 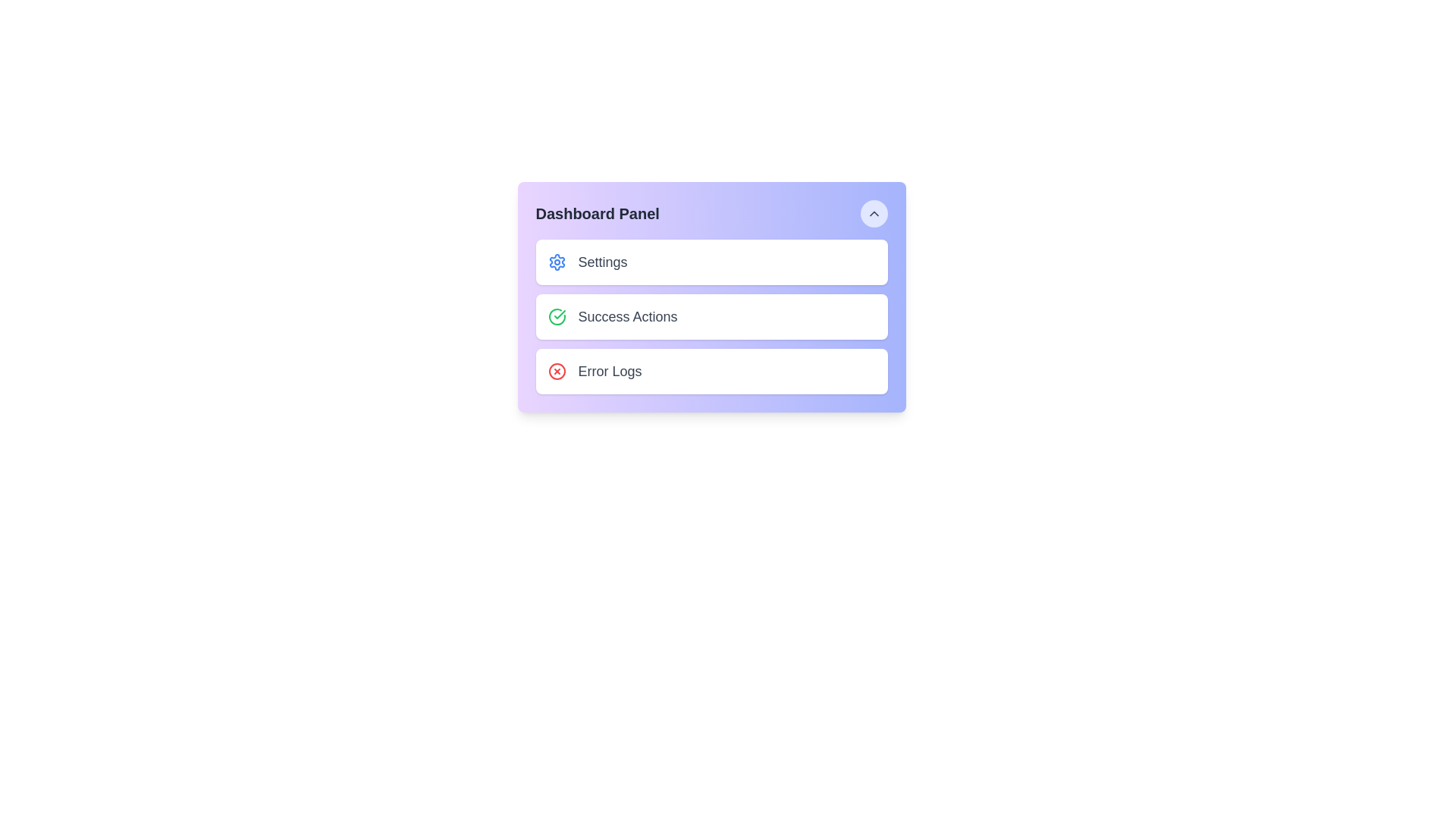 What do you see at coordinates (711, 371) in the screenshot?
I see `the third item in the vertically stacked list that provides access to the error logs section` at bounding box center [711, 371].